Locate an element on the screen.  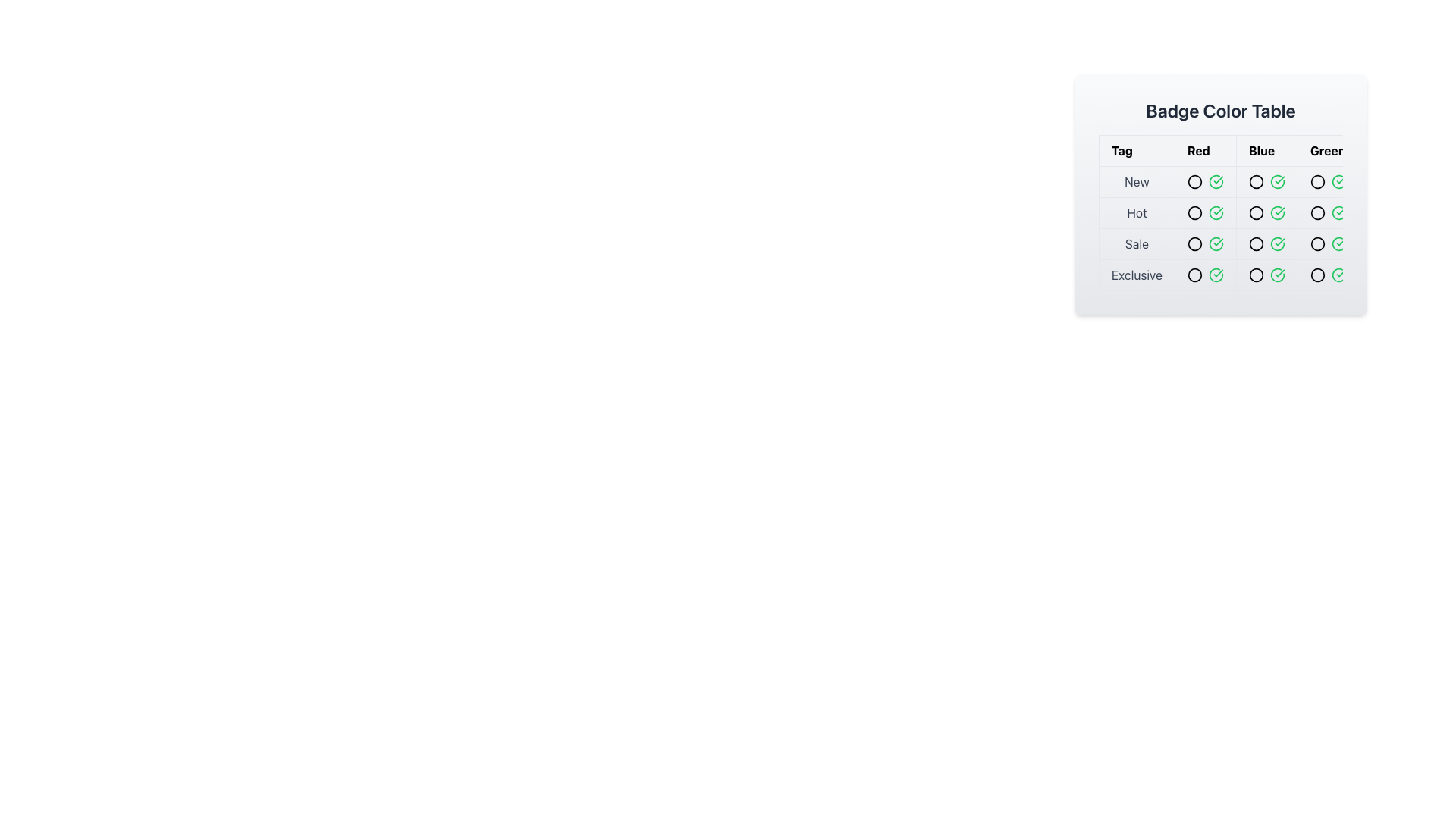
the Icon element representing the 'Blue' category in the 'New' row of the grid layout is located at coordinates (1260, 180).